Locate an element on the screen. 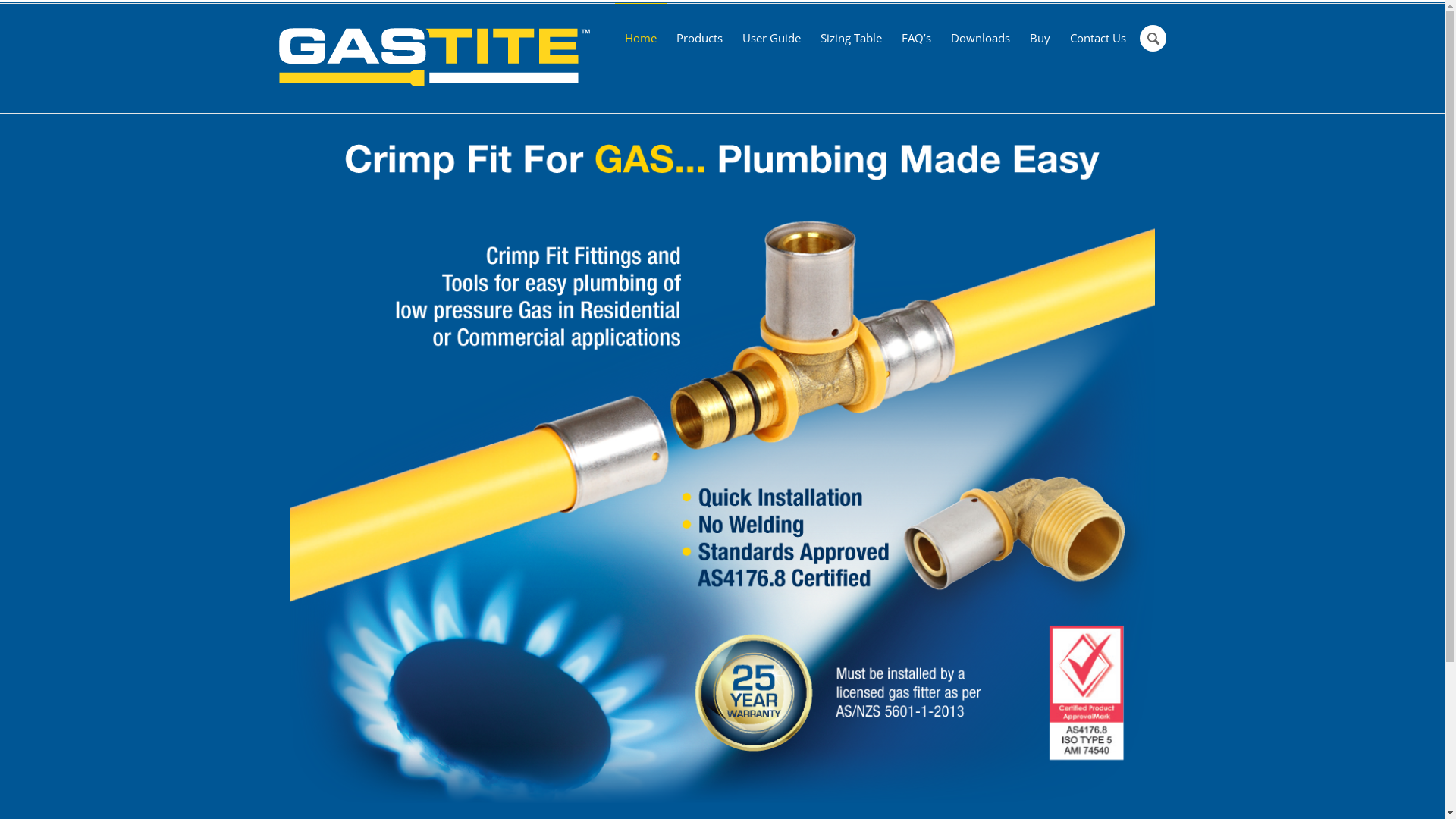 The width and height of the screenshot is (1456, 819). 'Buy' is located at coordinates (1038, 34).